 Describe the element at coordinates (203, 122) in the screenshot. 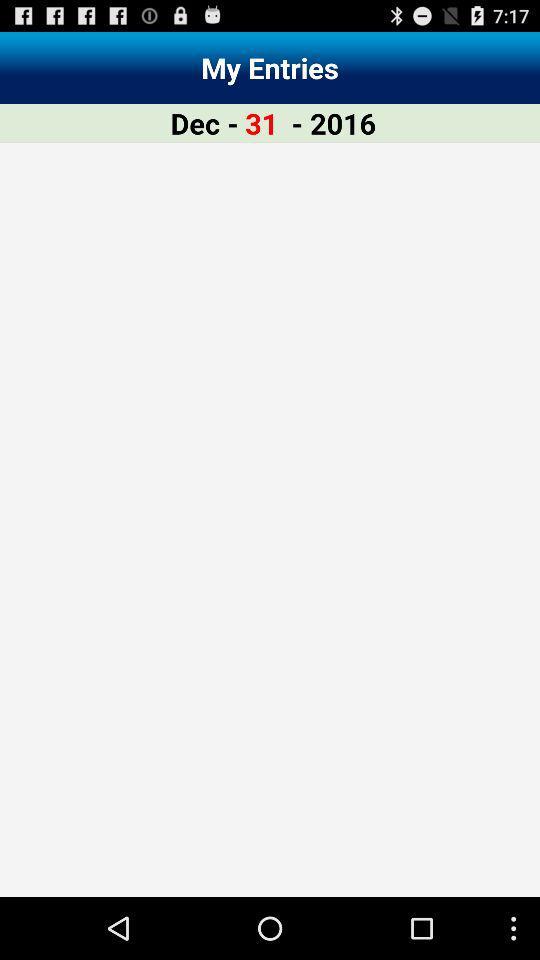

I see `the dec - icon` at that location.